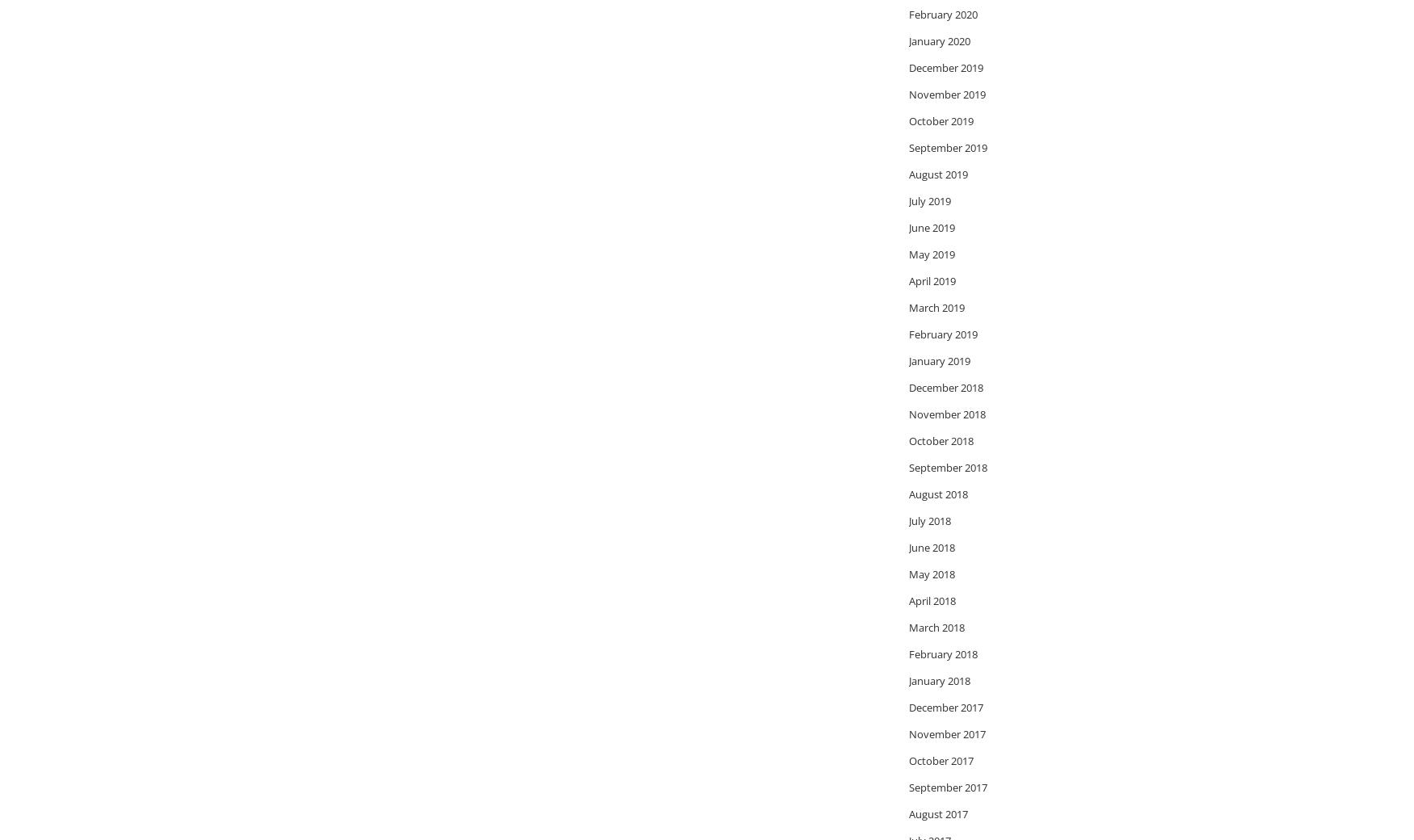 This screenshot has height=840, width=1414. What do you see at coordinates (939, 40) in the screenshot?
I see `'January 2020'` at bounding box center [939, 40].